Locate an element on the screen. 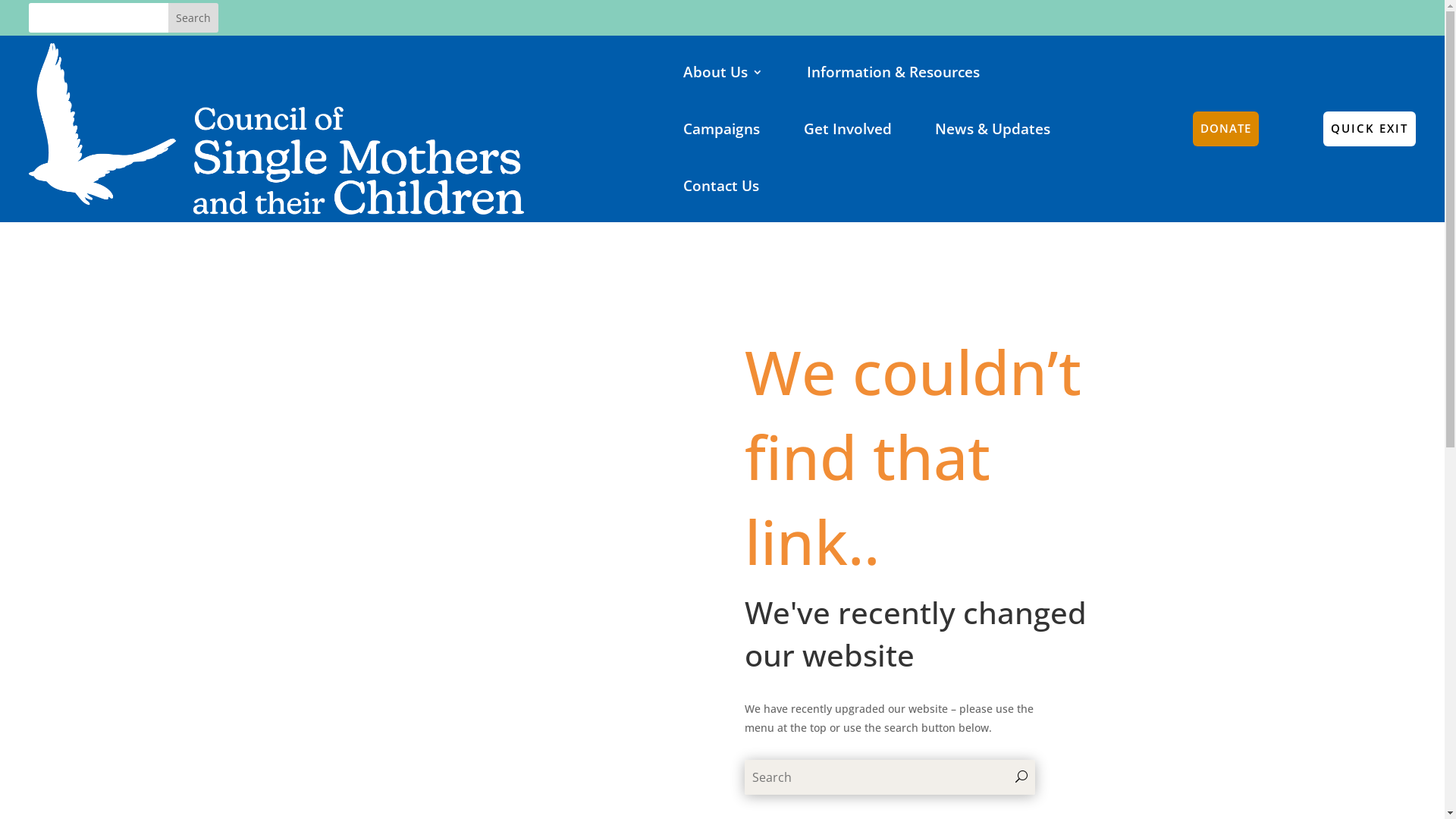 This screenshot has width=1456, height=819. 'About Us' is located at coordinates (722, 71).